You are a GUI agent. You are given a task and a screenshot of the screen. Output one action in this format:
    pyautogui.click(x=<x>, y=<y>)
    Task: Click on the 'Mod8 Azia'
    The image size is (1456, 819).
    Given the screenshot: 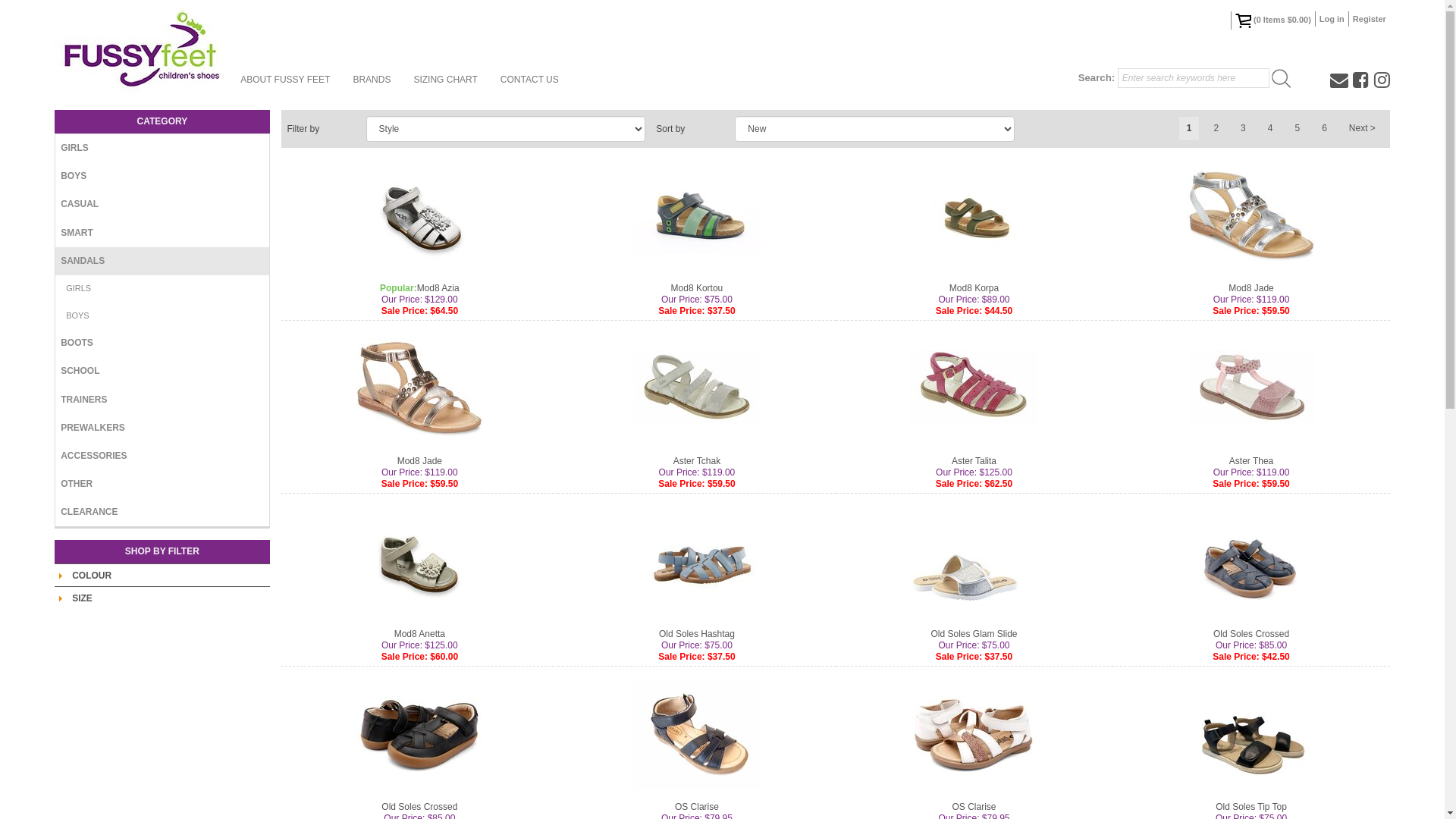 What is the action you would take?
    pyautogui.click(x=437, y=288)
    